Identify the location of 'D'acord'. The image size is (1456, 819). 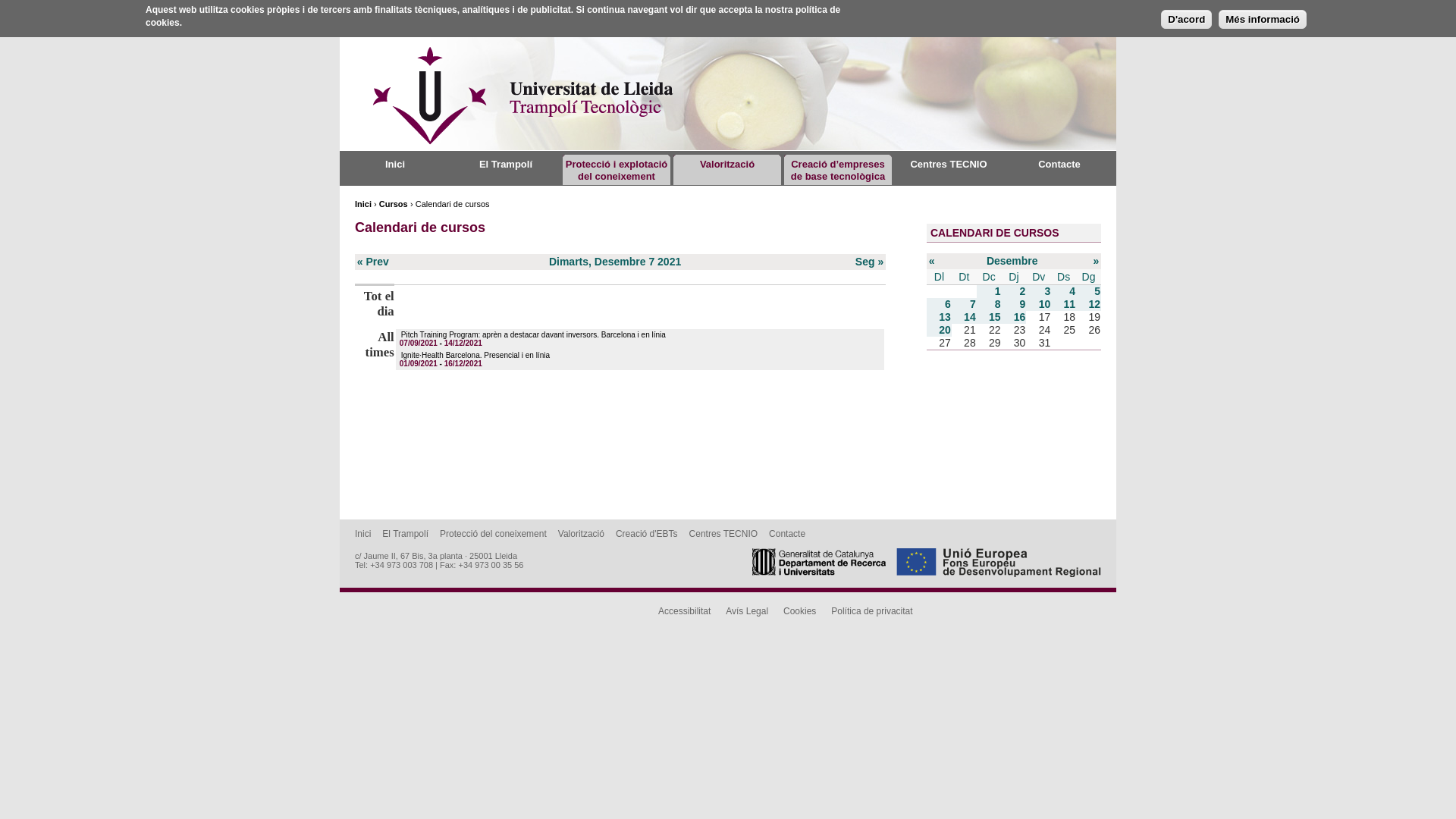
(1185, 19).